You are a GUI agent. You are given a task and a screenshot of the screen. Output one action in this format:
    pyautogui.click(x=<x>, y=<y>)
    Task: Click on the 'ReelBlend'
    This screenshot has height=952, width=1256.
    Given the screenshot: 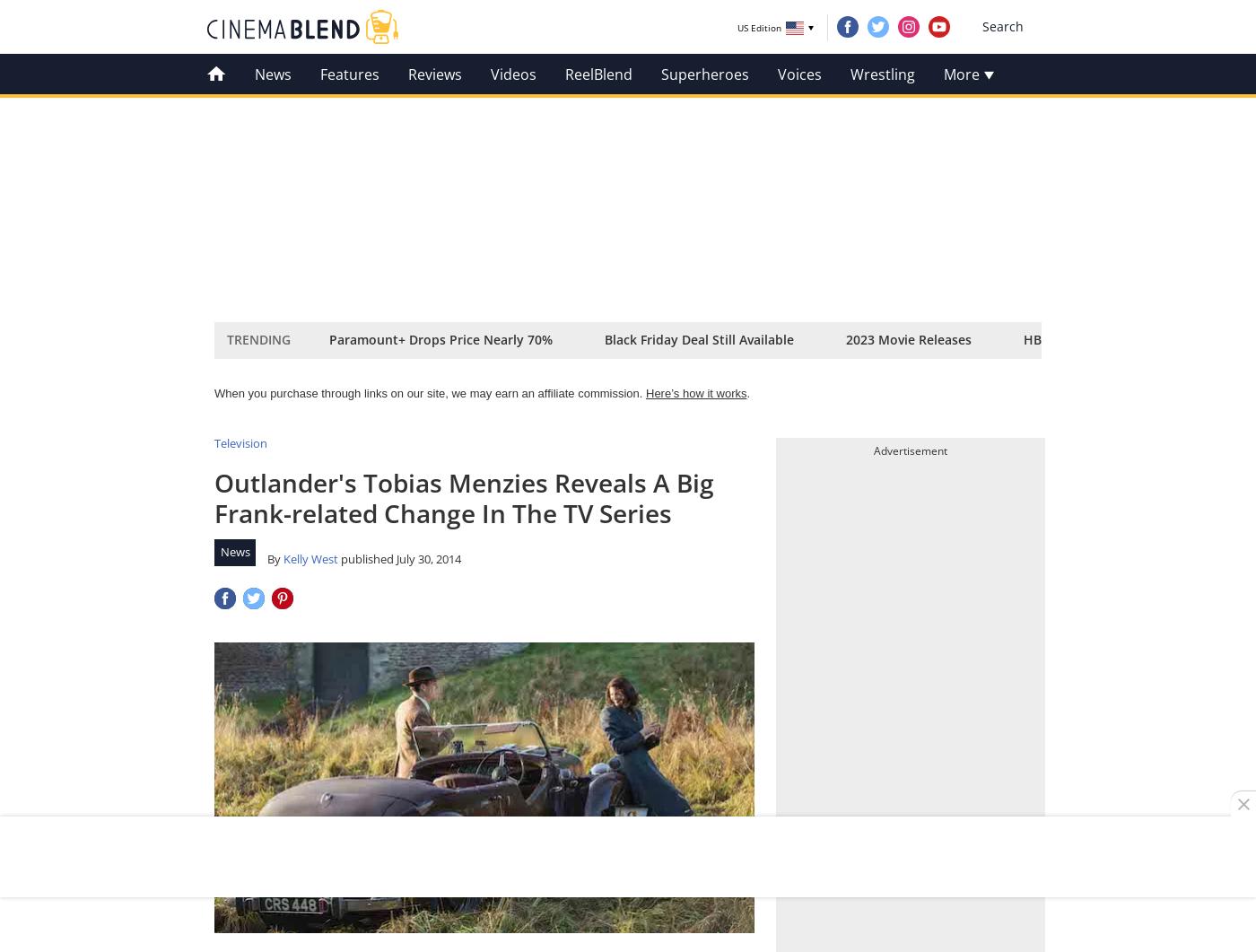 What is the action you would take?
    pyautogui.click(x=598, y=74)
    